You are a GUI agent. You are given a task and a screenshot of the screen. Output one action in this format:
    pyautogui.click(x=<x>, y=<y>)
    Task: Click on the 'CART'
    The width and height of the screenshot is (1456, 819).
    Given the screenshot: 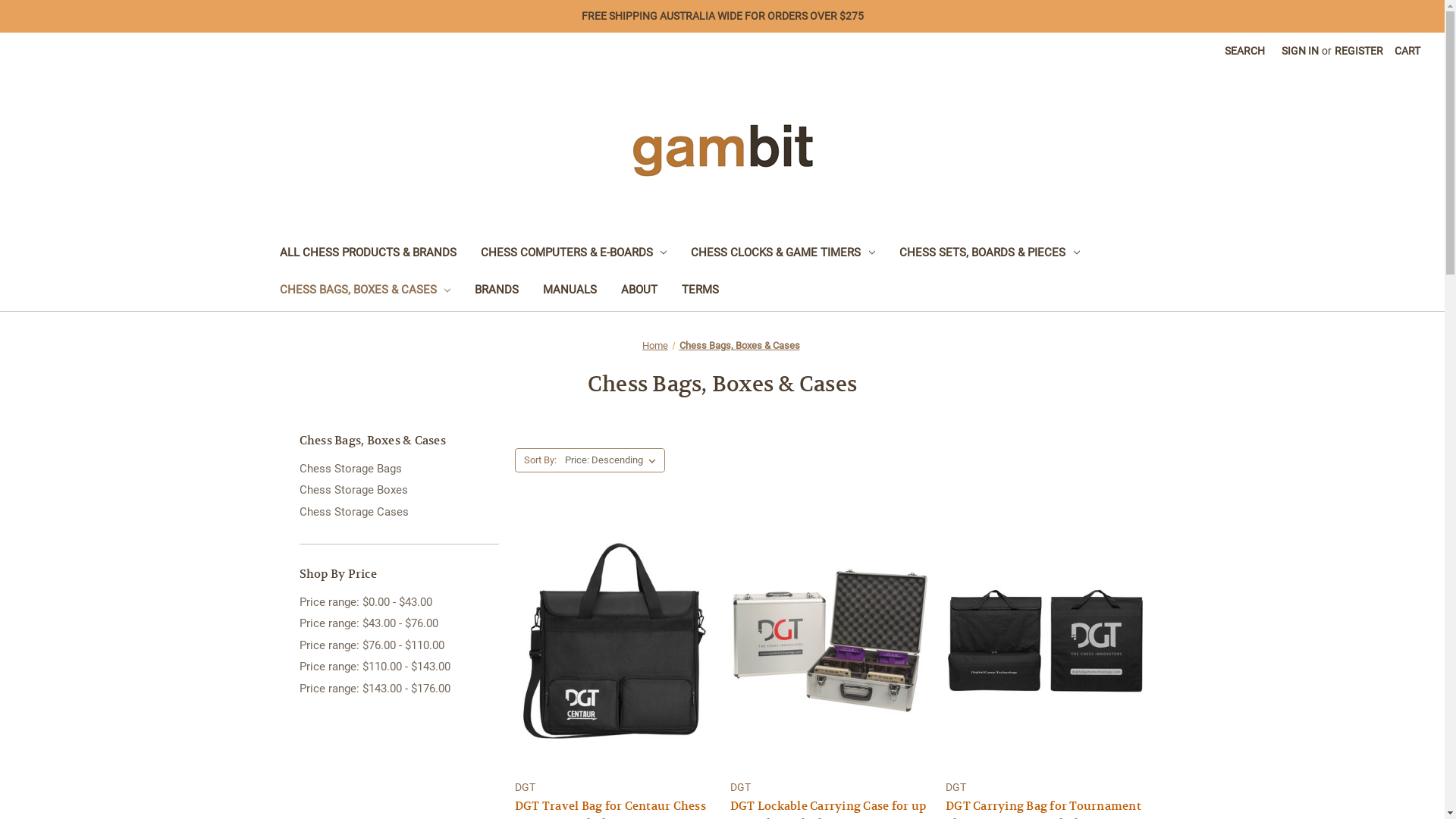 What is the action you would take?
    pyautogui.click(x=1407, y=50)
    